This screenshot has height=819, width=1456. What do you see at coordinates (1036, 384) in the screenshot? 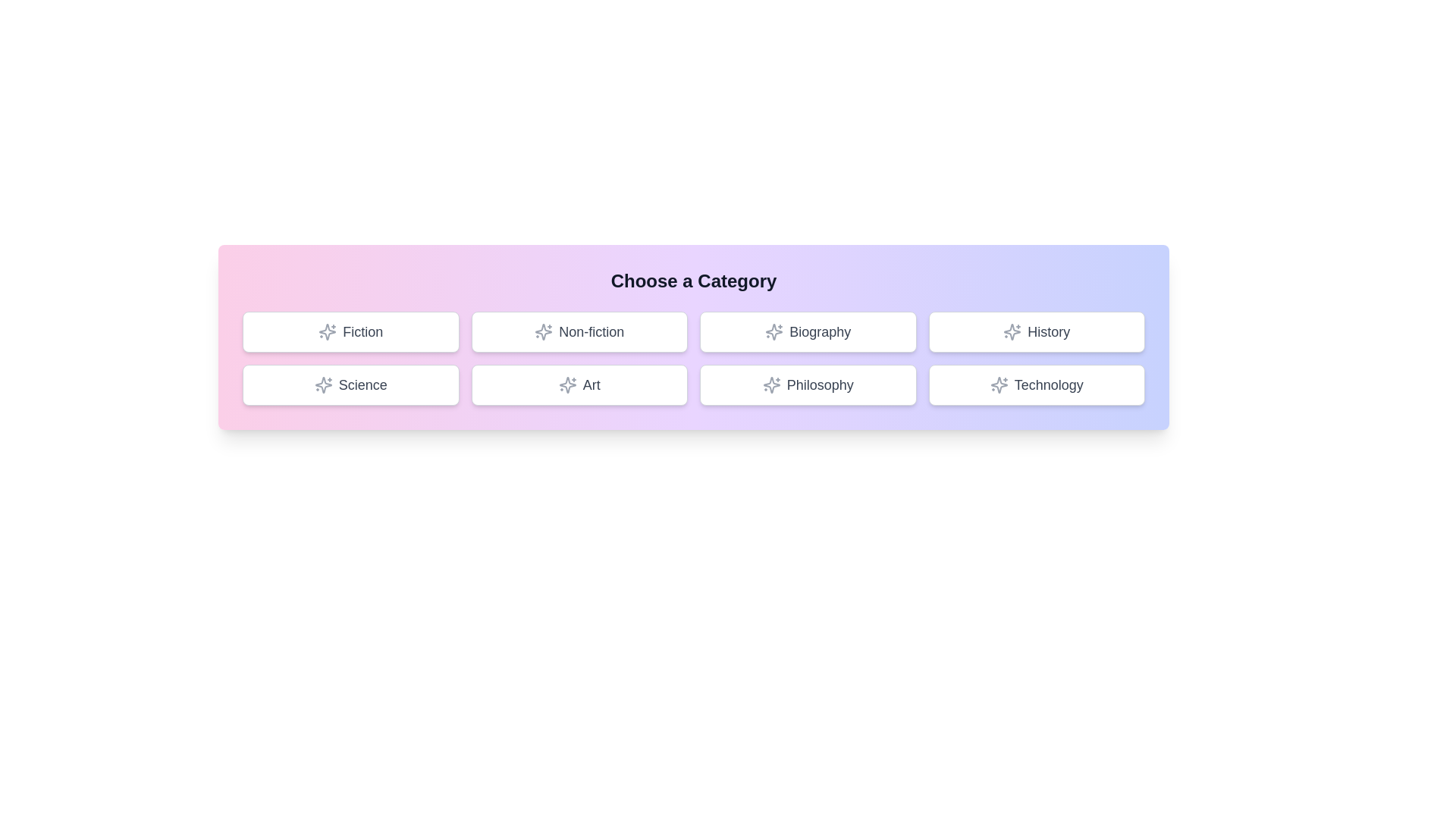
I see `the button labeled Technology to select it` at bounding box center [1036, 384].